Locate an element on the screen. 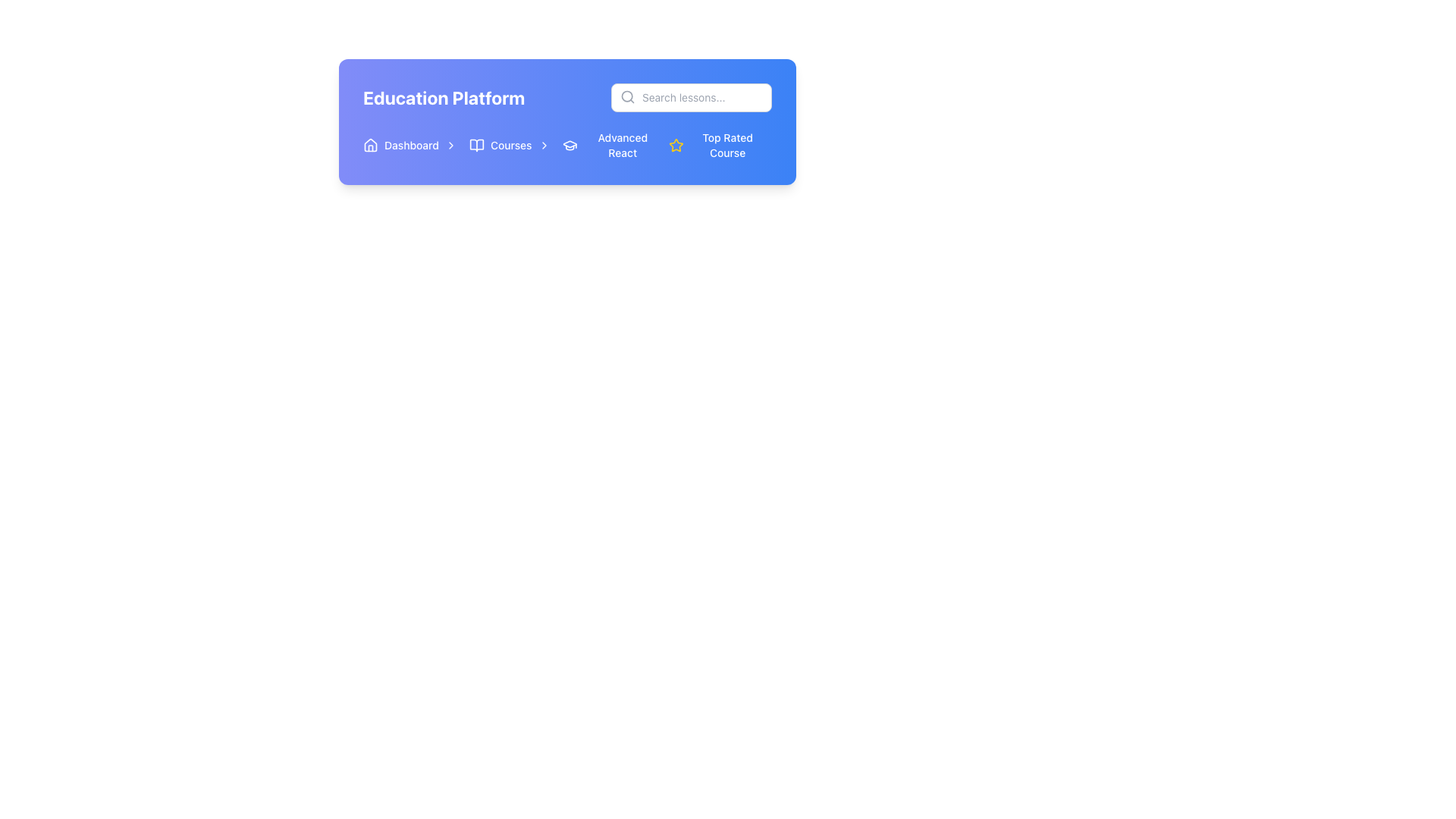  the breadcrumb navigation component located below the 'Education Platform' heading is located at coordinates (513, 146).